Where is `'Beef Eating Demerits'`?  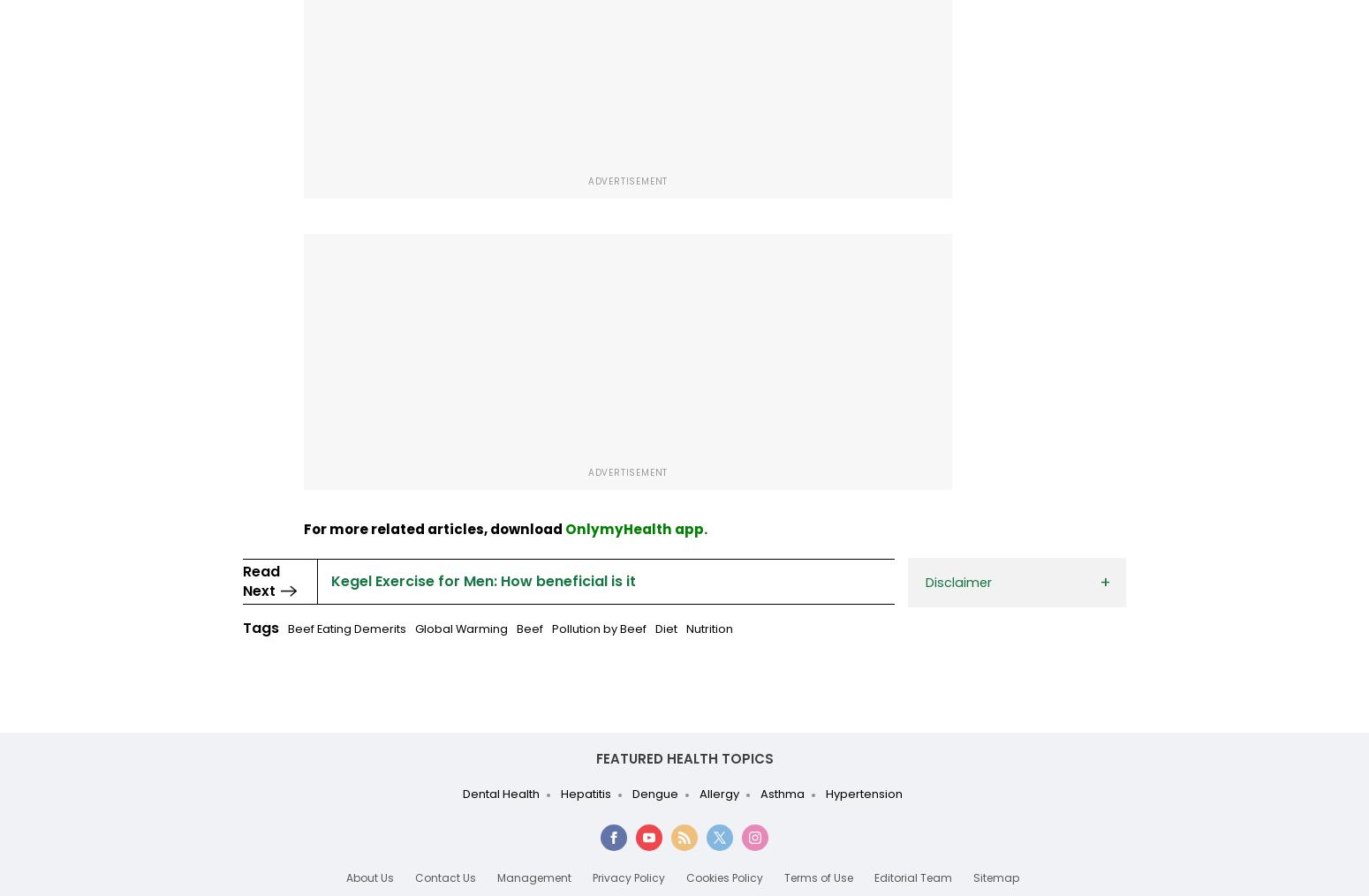
'Beef Eating Demerits' is located at coordinates (346, 629).